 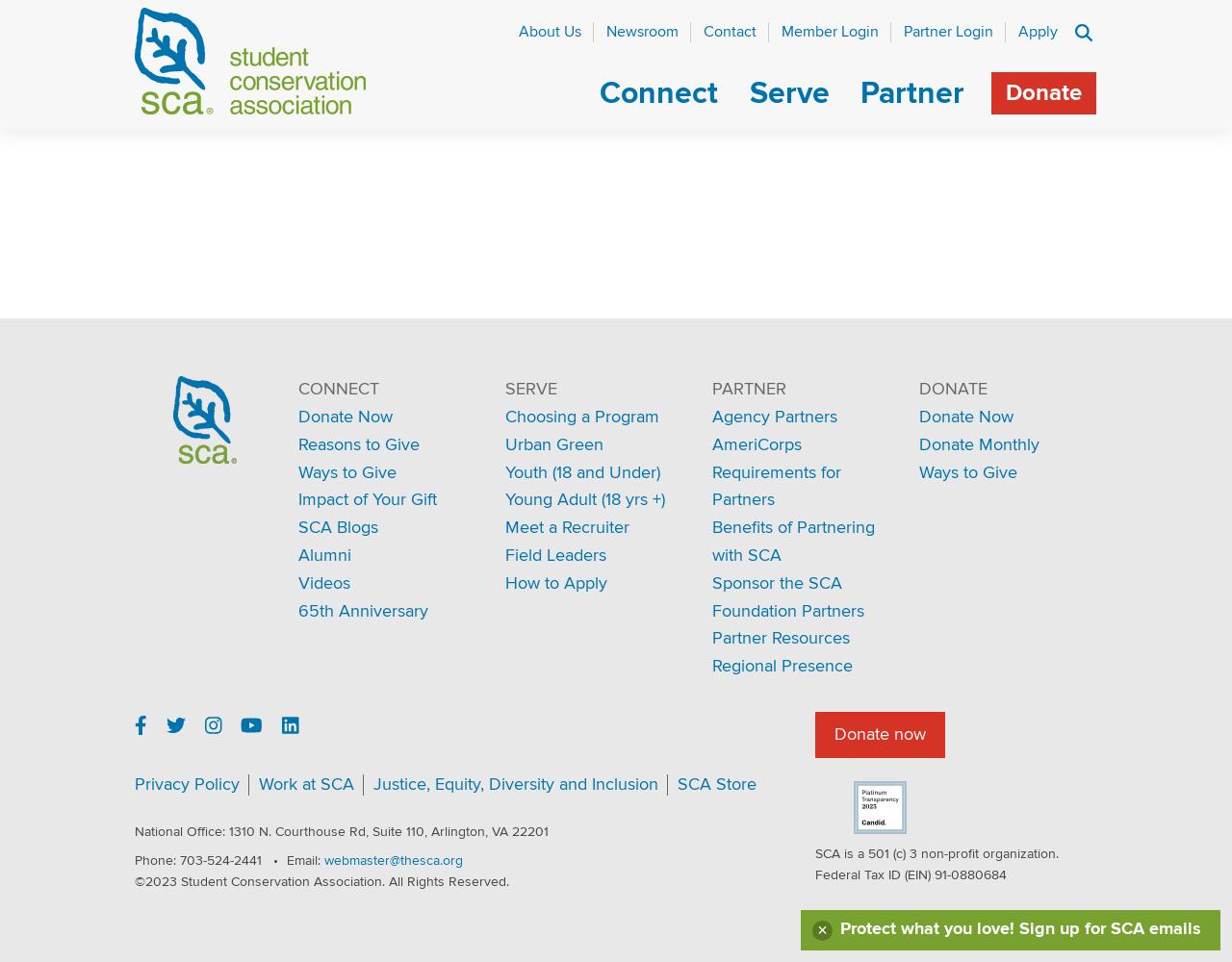 I want to click on 'Apply', so click(x=1037, y=32).